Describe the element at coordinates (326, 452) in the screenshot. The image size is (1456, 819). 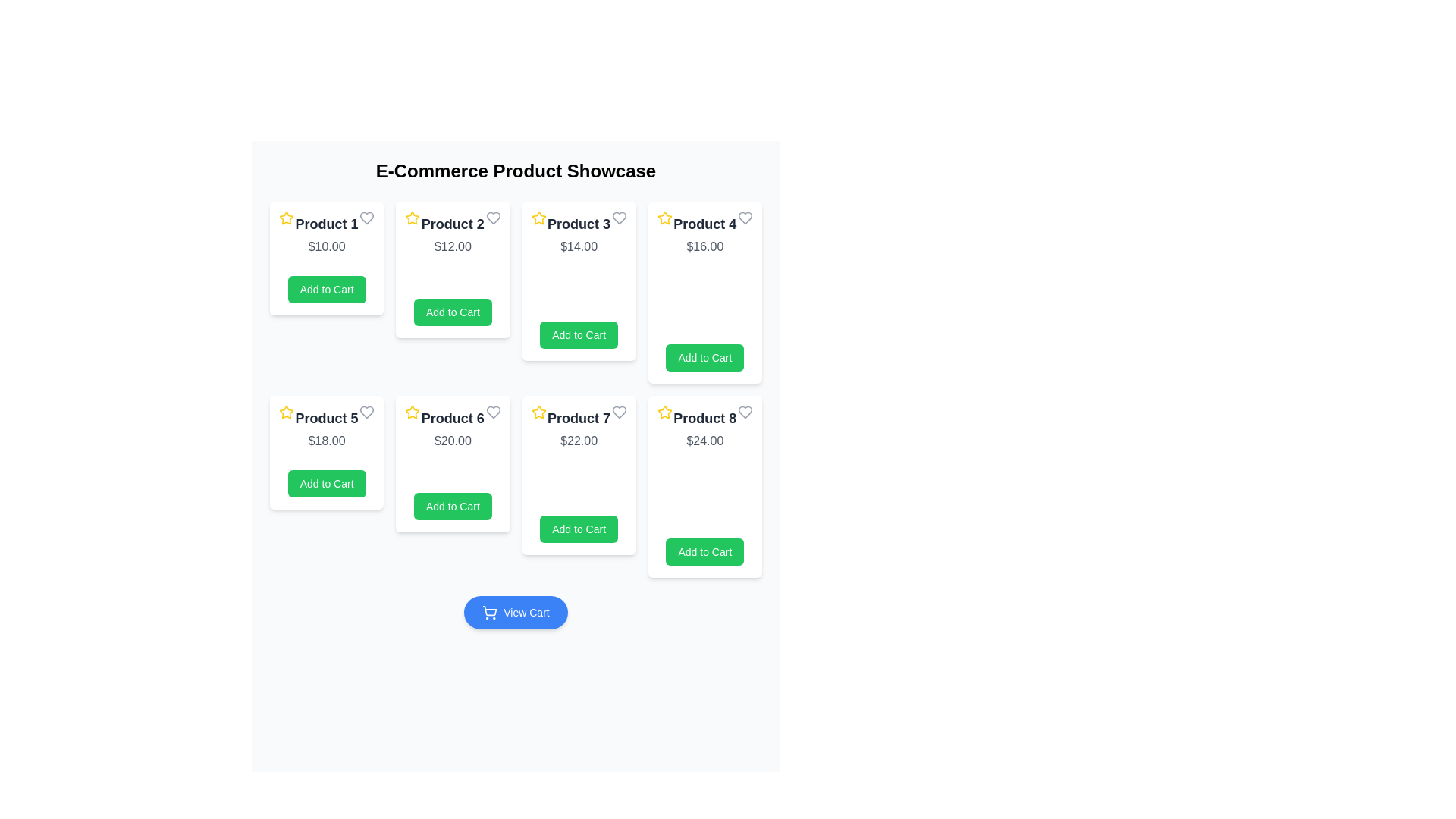
I see `the 'Add to Cart' button on the product card located in the second row and first column of the grid layout` at that location.